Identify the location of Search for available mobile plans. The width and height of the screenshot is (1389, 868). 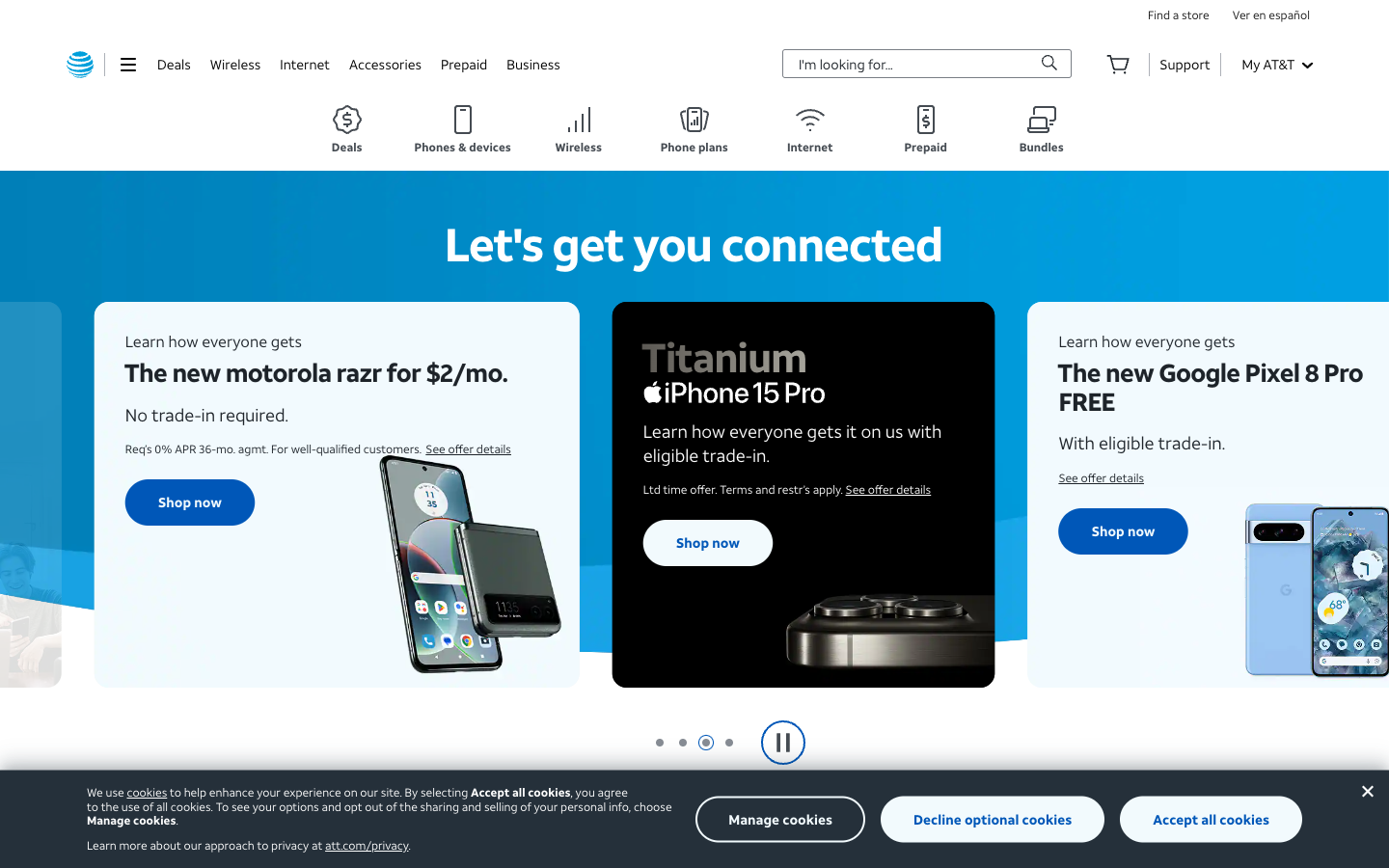
(694, 129).